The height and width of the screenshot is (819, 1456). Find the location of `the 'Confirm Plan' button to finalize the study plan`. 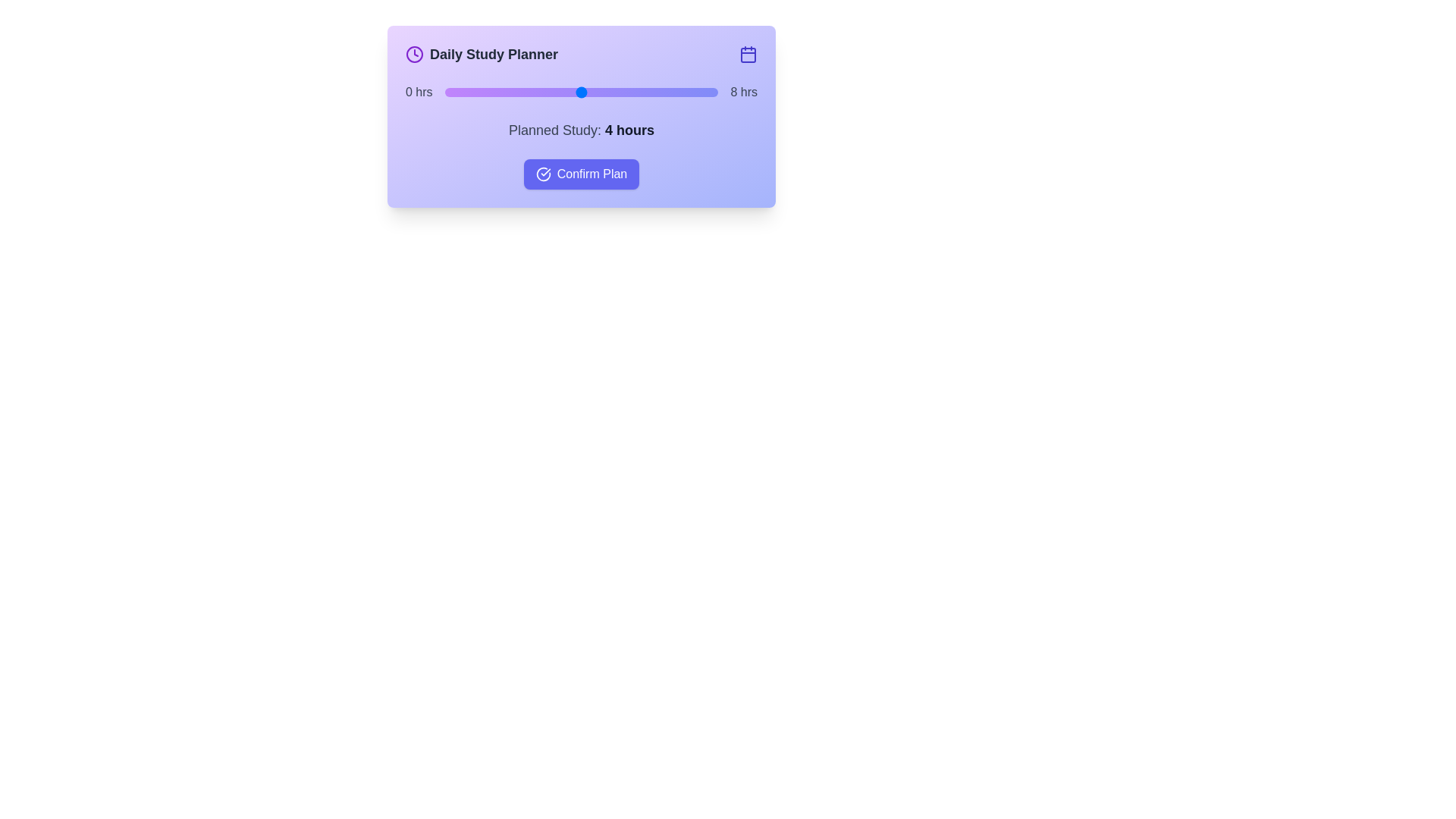

the 'Confirm Plan' button to finalize the study plan is located at coordinates (581, 174).